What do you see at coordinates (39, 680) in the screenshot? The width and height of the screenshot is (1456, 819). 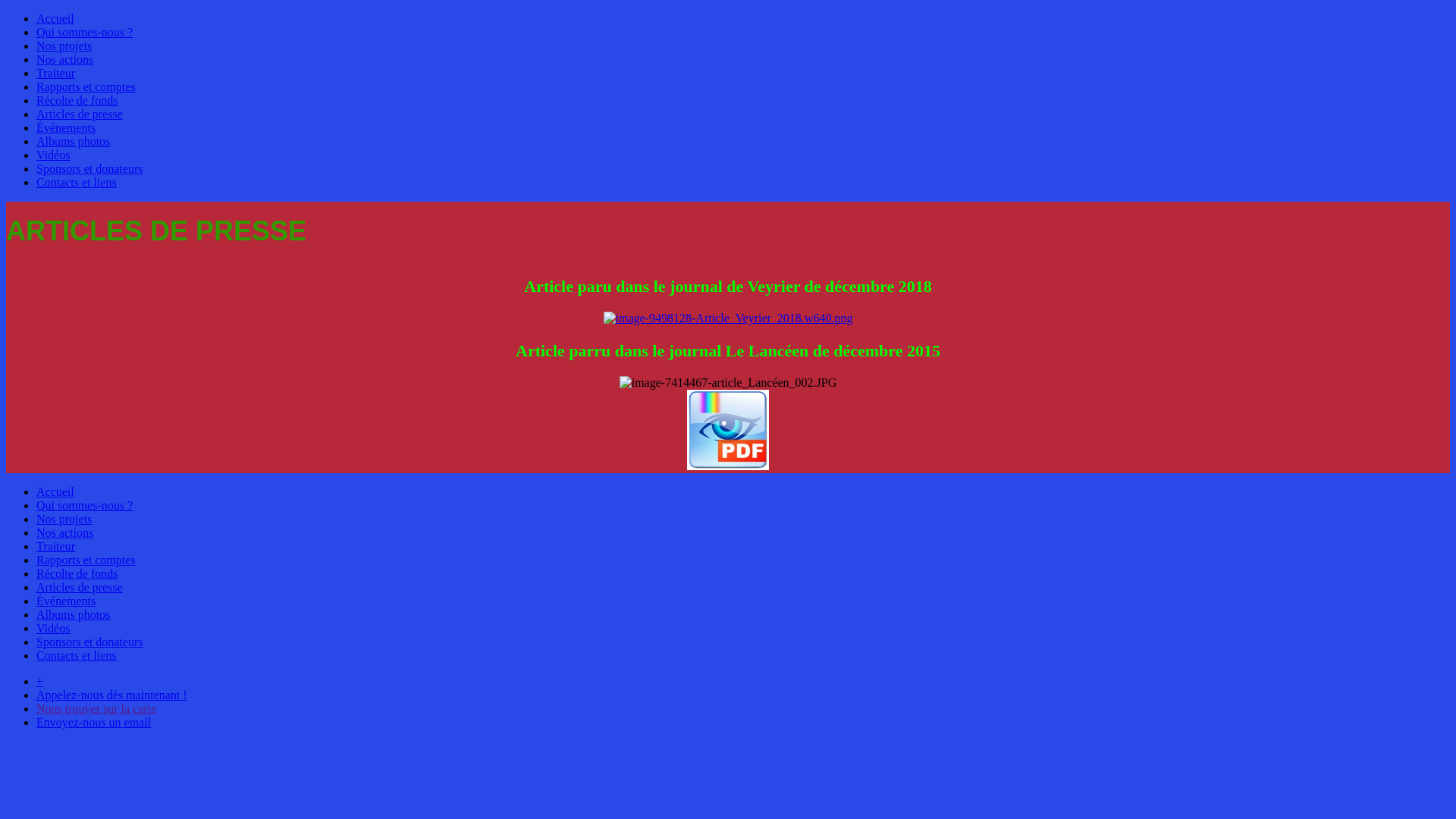 I see `'+'` at bounding box center [39, 680].